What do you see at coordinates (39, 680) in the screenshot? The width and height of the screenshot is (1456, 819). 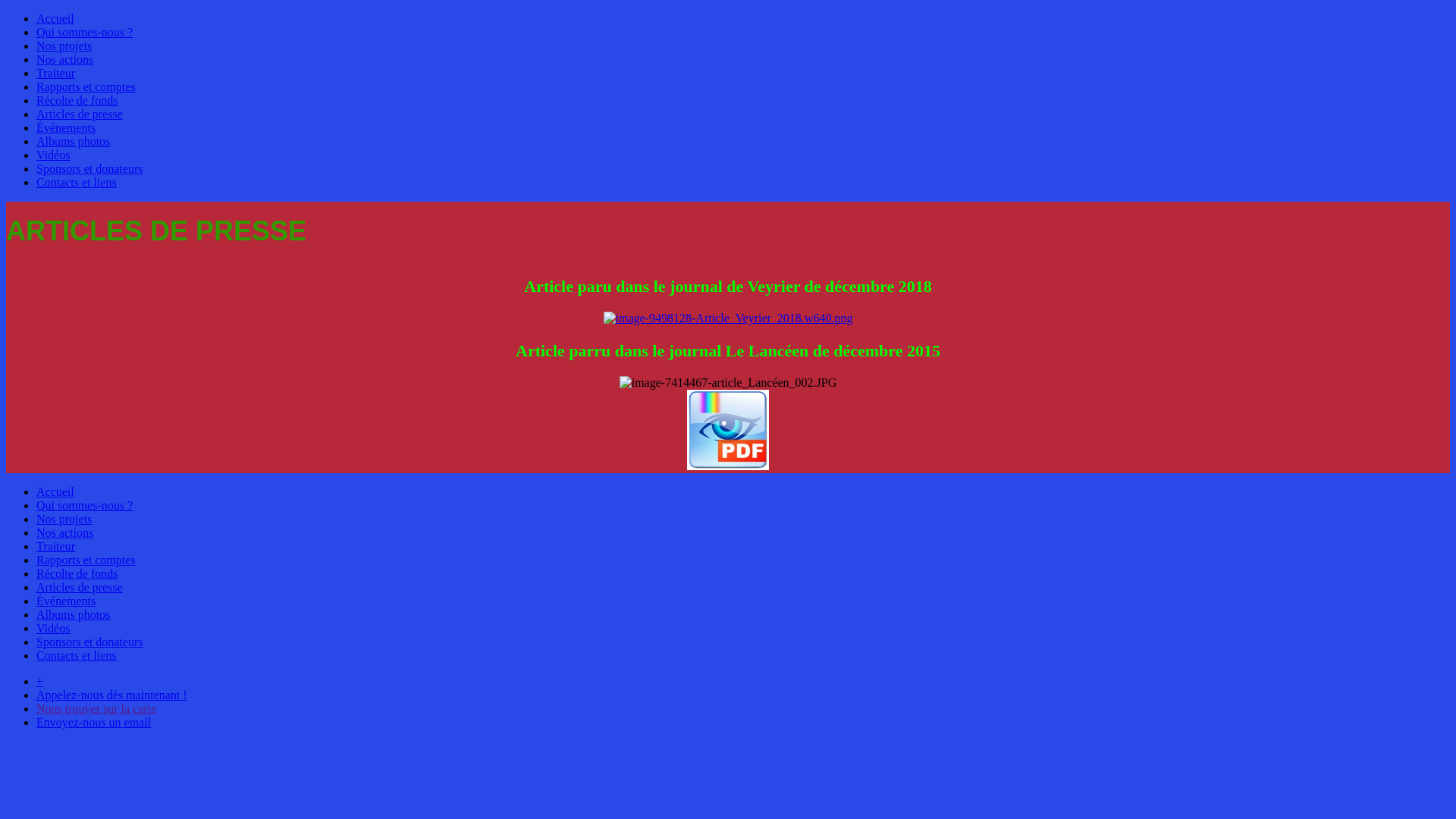 I see `'+'` at bounding box center [39, 680].